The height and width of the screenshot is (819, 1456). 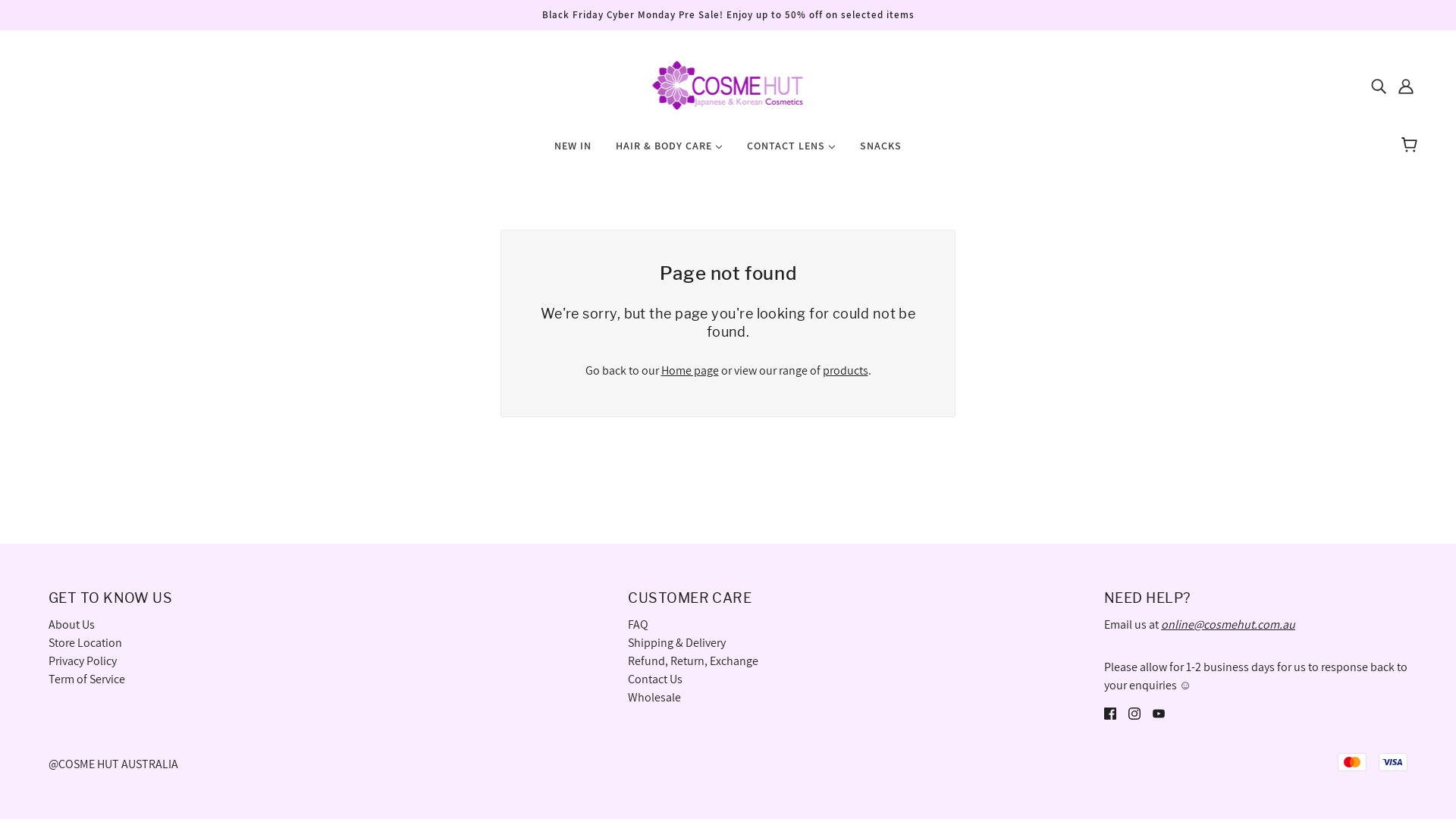 What do you see at coordinates (843, 370) in the screenshot?
I see `'products'` at bounding box center [843, 370].